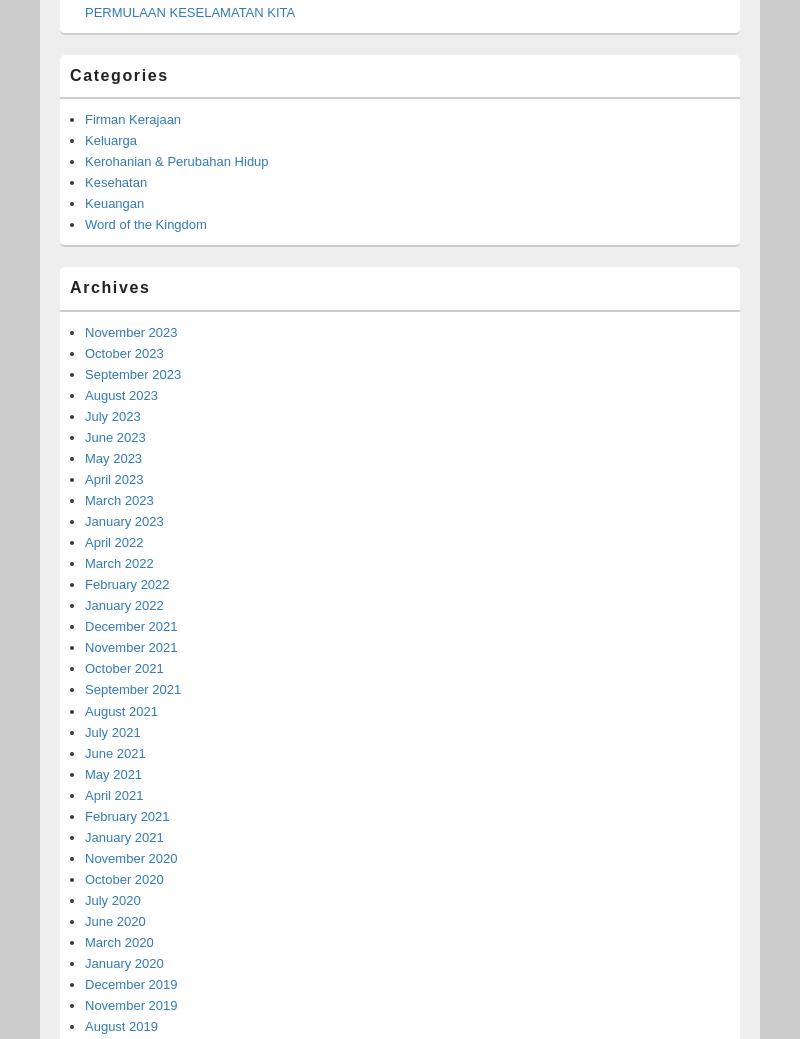 The height and width of the screenshot is (1039, 800). What do you see at coordinates (112, 793) in the screenshot?
I see `'April 2021'` at bounding box center [112, 793].